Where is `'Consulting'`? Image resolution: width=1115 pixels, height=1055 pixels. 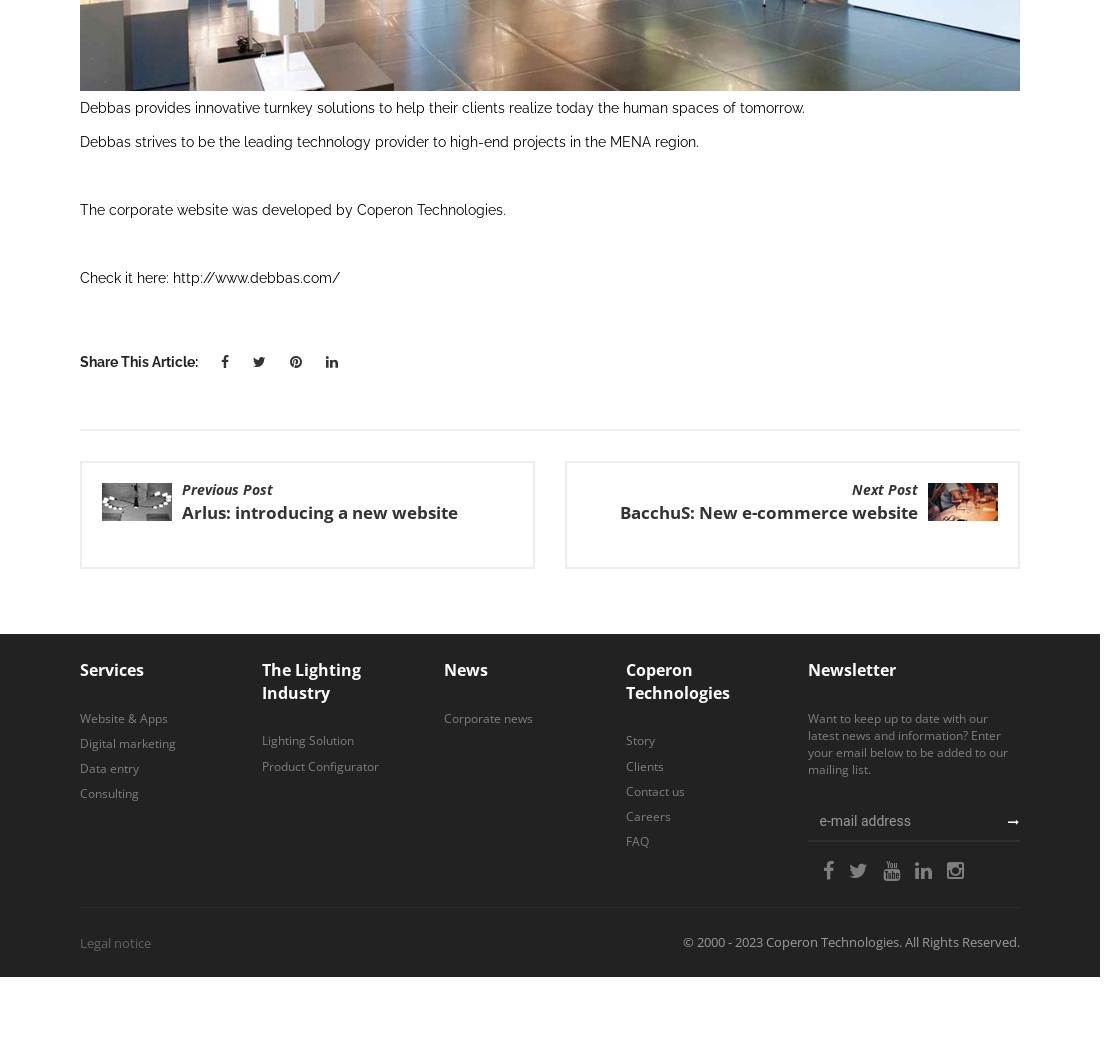
'Consulting' is located at coordinates (109, 792).